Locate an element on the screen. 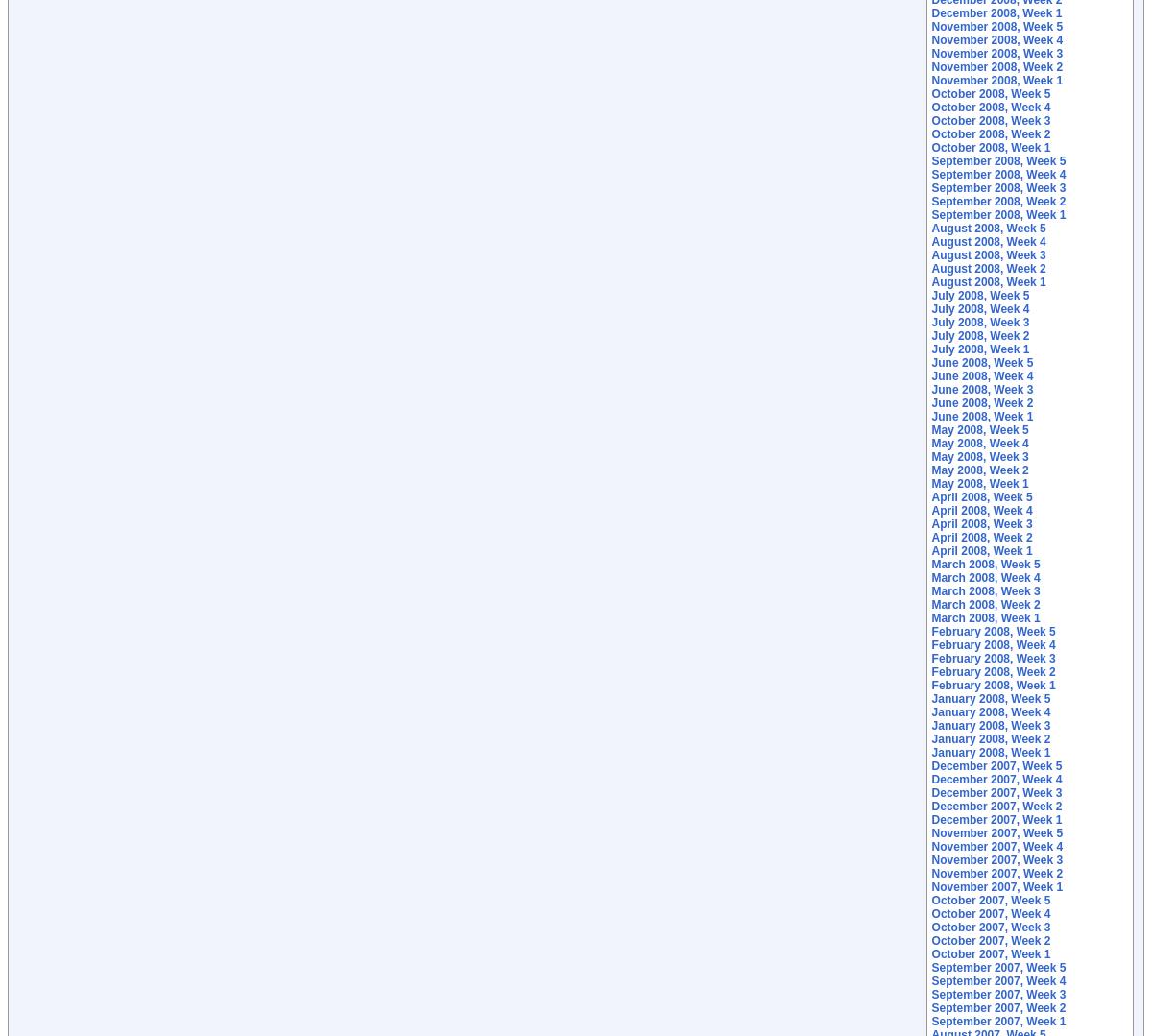 The image size is (1152, 1036). 'August 2008, Week 2' is located at coordinates (988, 269).